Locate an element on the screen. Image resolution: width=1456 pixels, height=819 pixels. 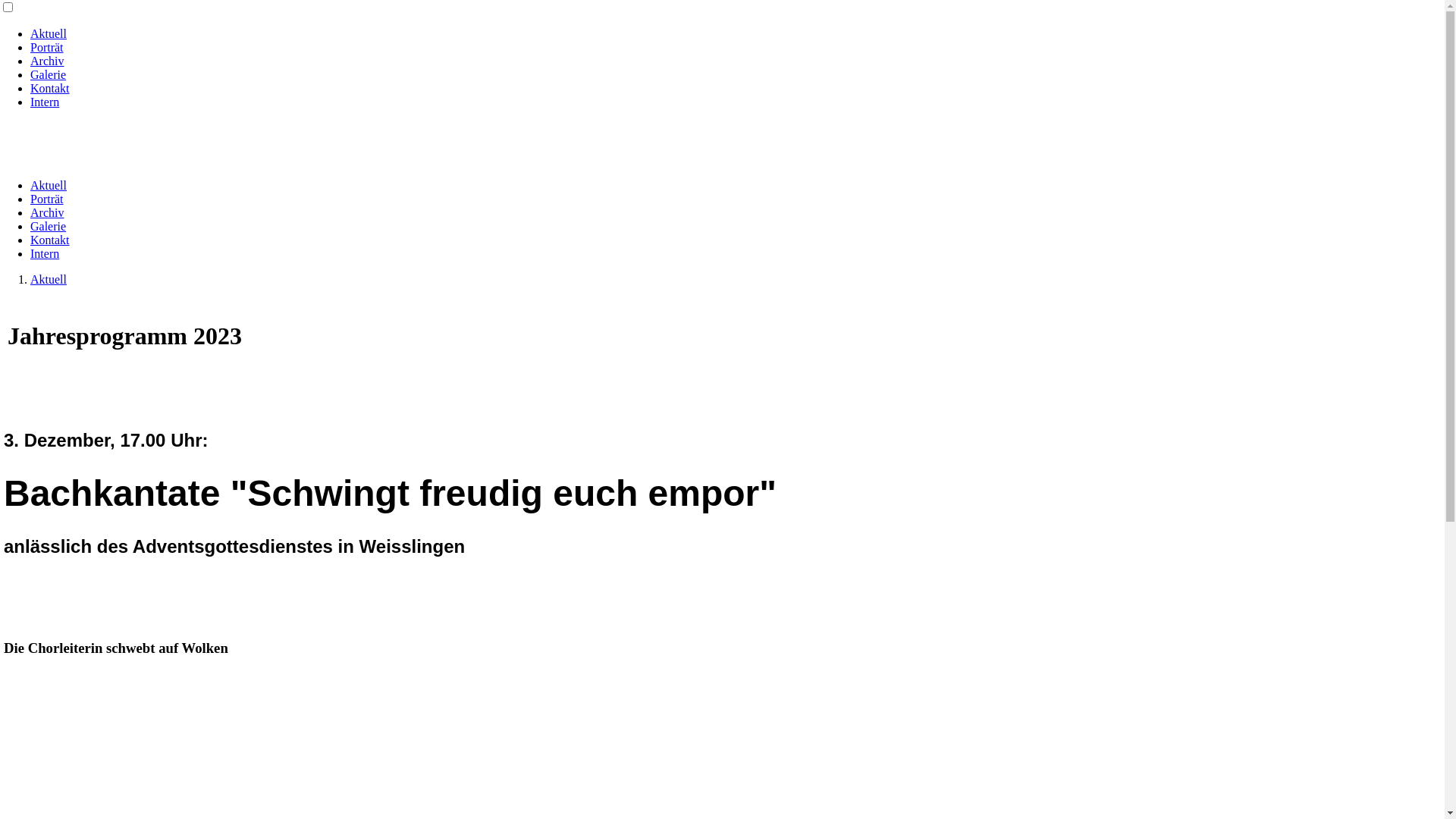
'Aktuell' is located at coordinates (30, 279).